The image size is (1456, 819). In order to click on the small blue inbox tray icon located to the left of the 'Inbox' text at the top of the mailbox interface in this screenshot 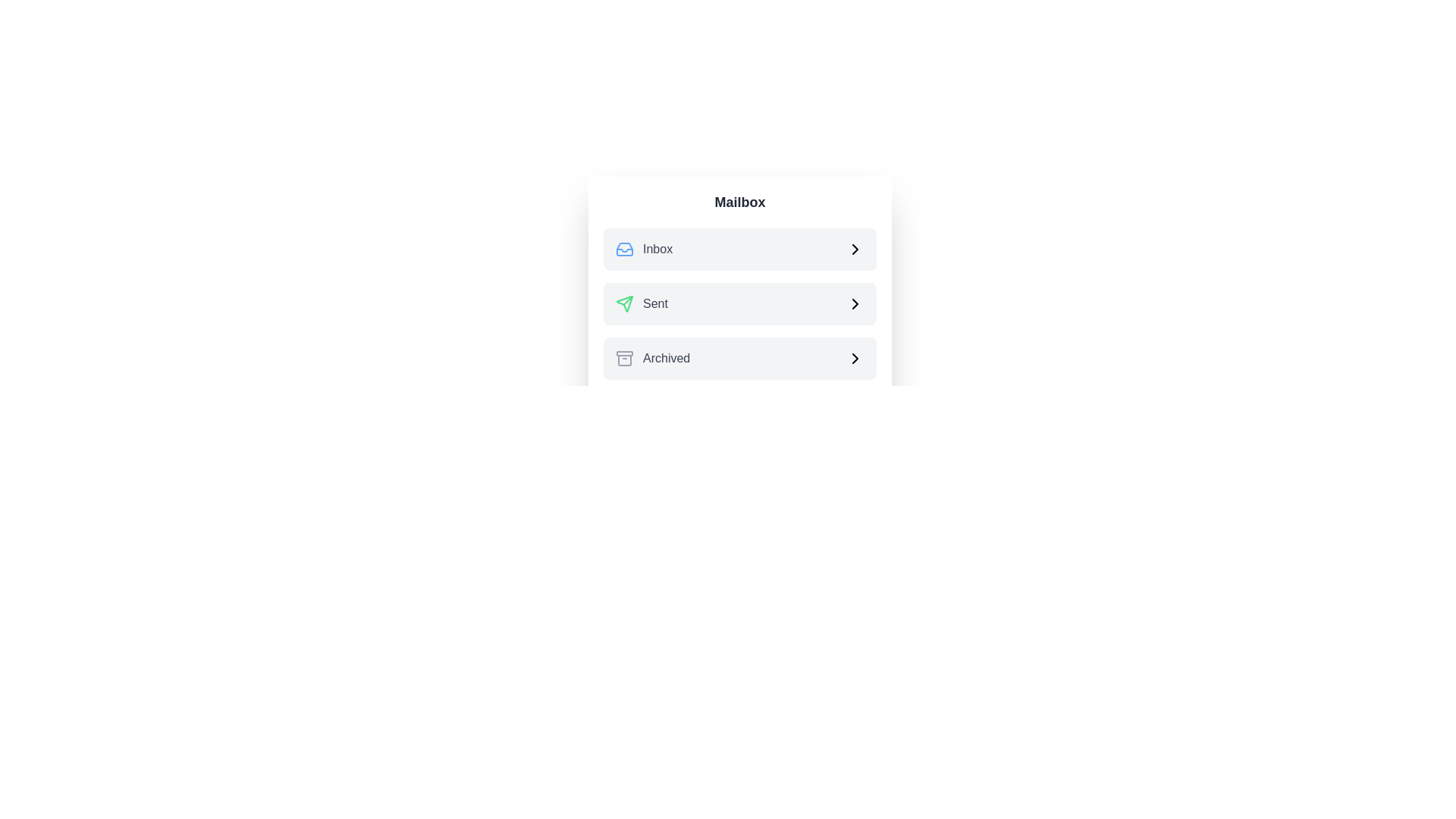, I will do `click(625, 248)`.